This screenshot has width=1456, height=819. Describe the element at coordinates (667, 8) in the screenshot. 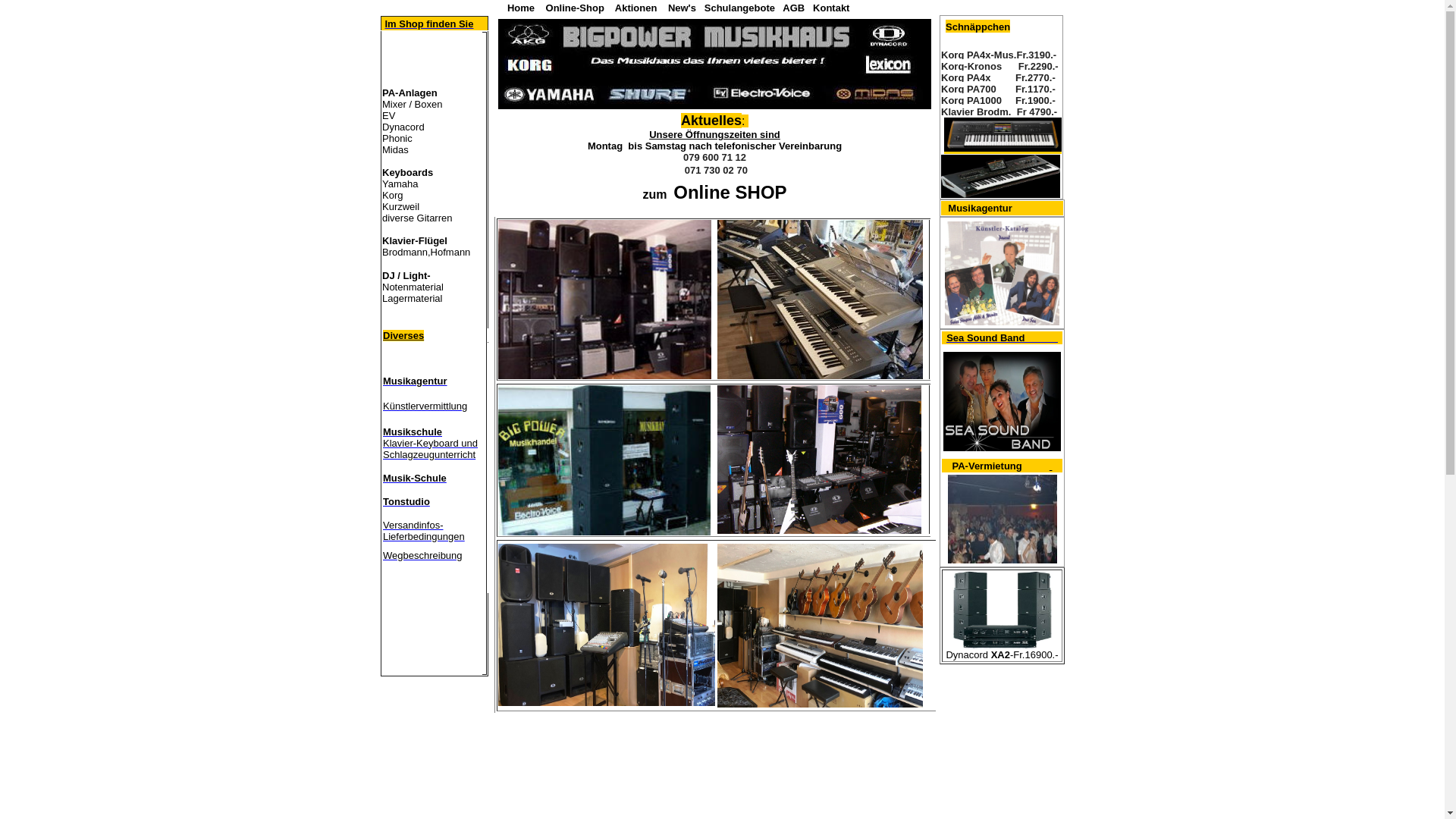

I see `'New's '` at that location.